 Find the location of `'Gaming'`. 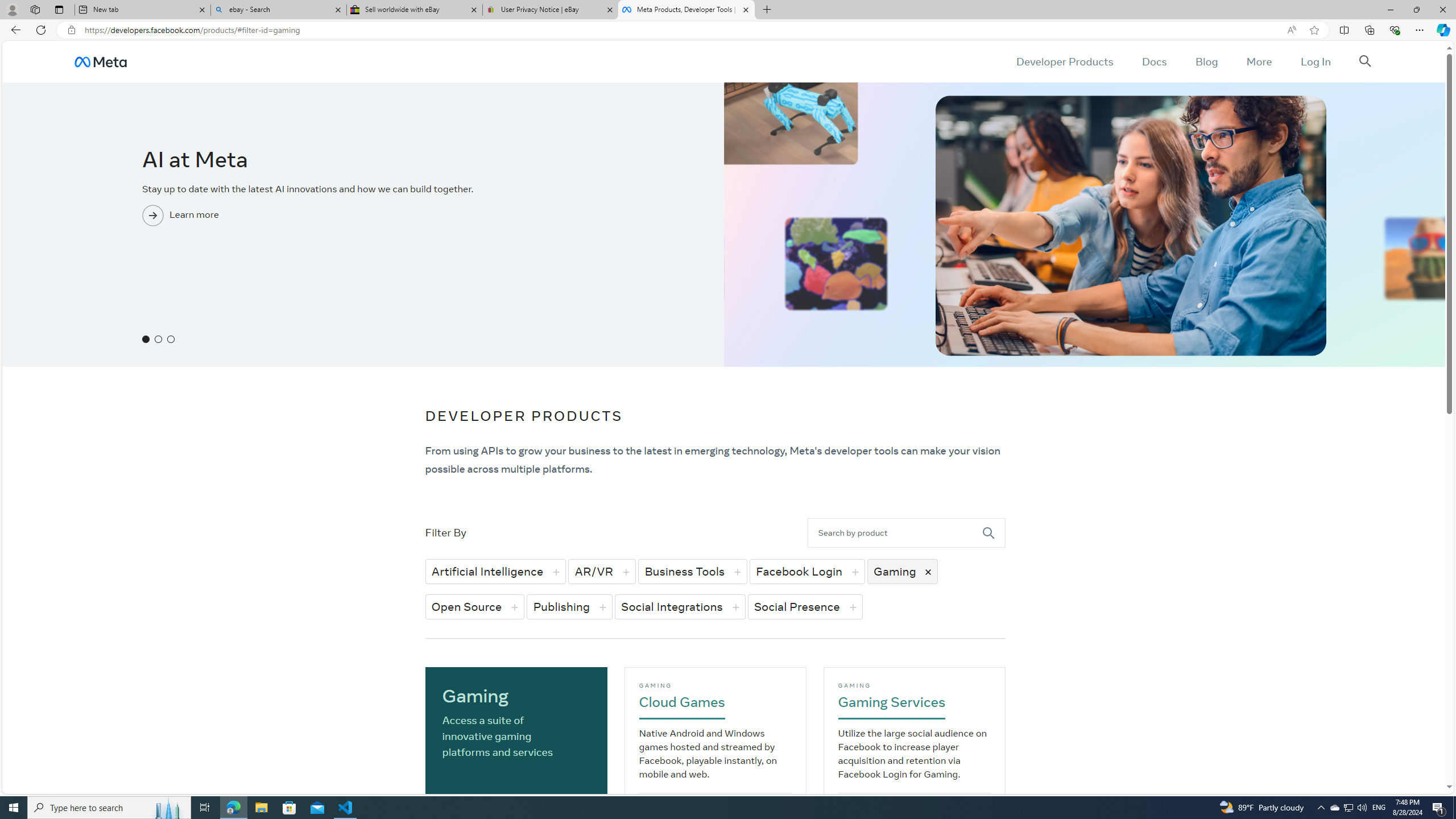

'Gaming' is located at coordinates (901, 571).